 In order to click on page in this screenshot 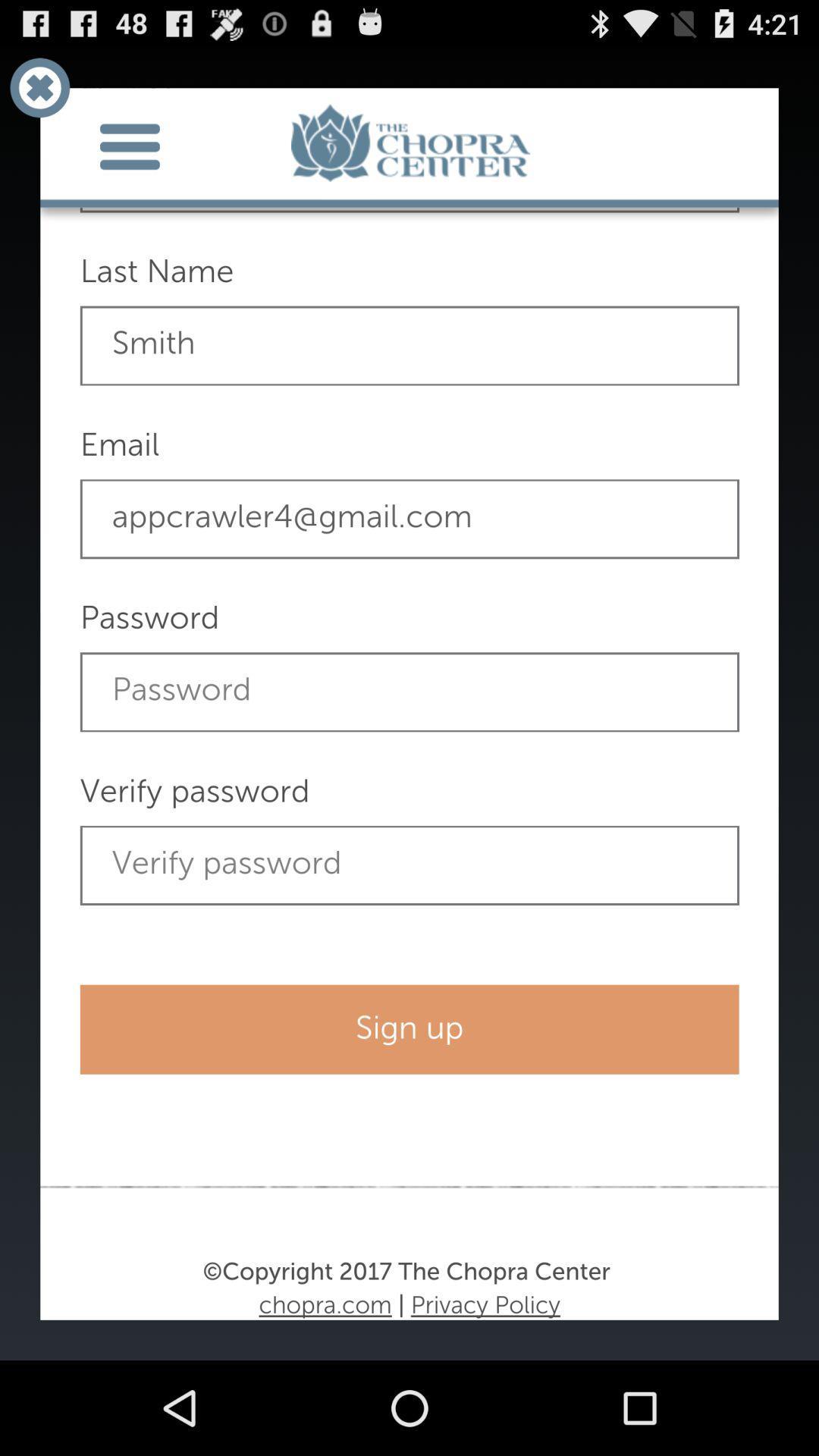, I will do `click(39, 86)`.